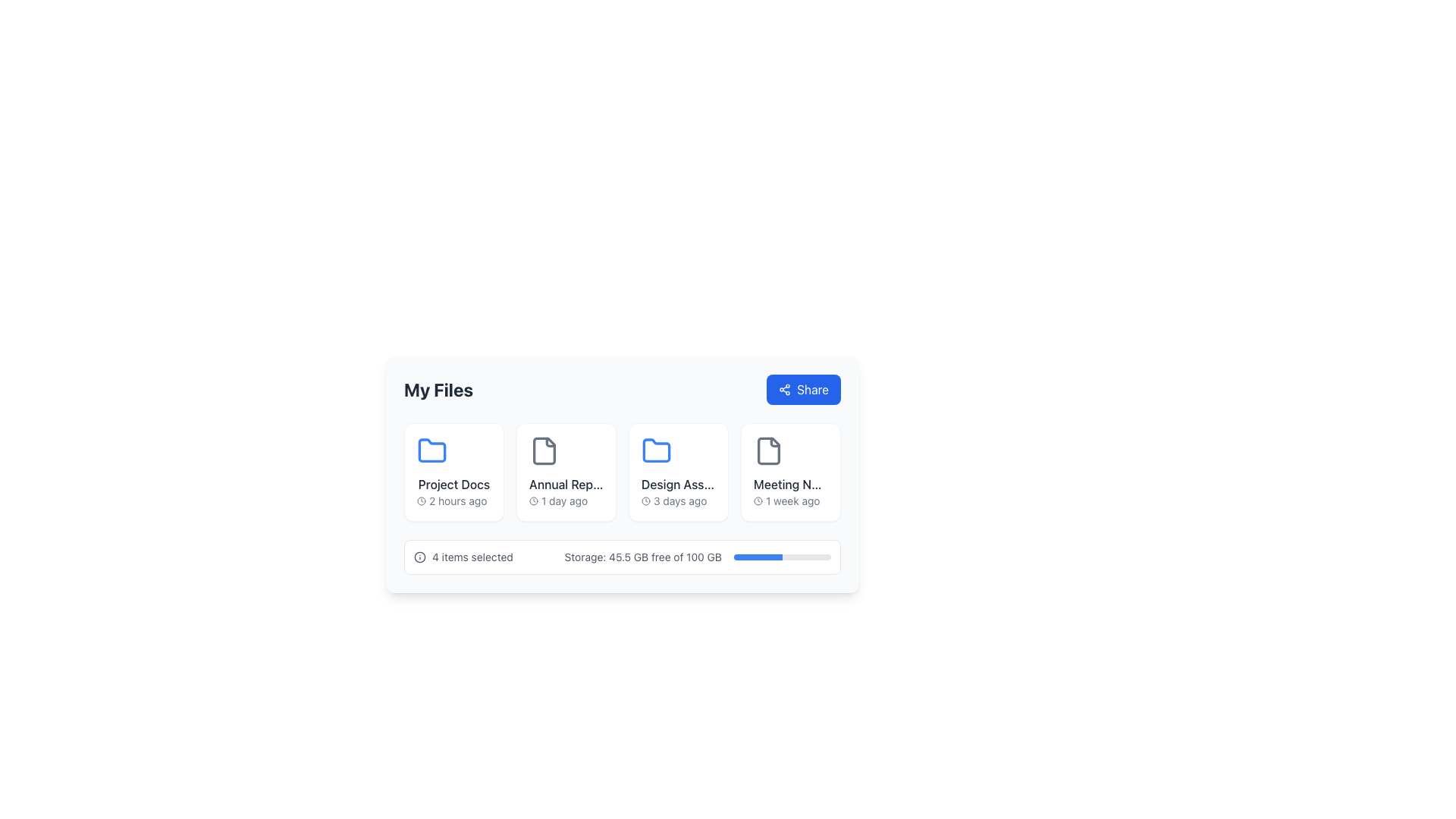  I want to click on the graphical icon element resembling a file, specifically the rectangular area of the 'Annual Report' entry, so click(544, 450).